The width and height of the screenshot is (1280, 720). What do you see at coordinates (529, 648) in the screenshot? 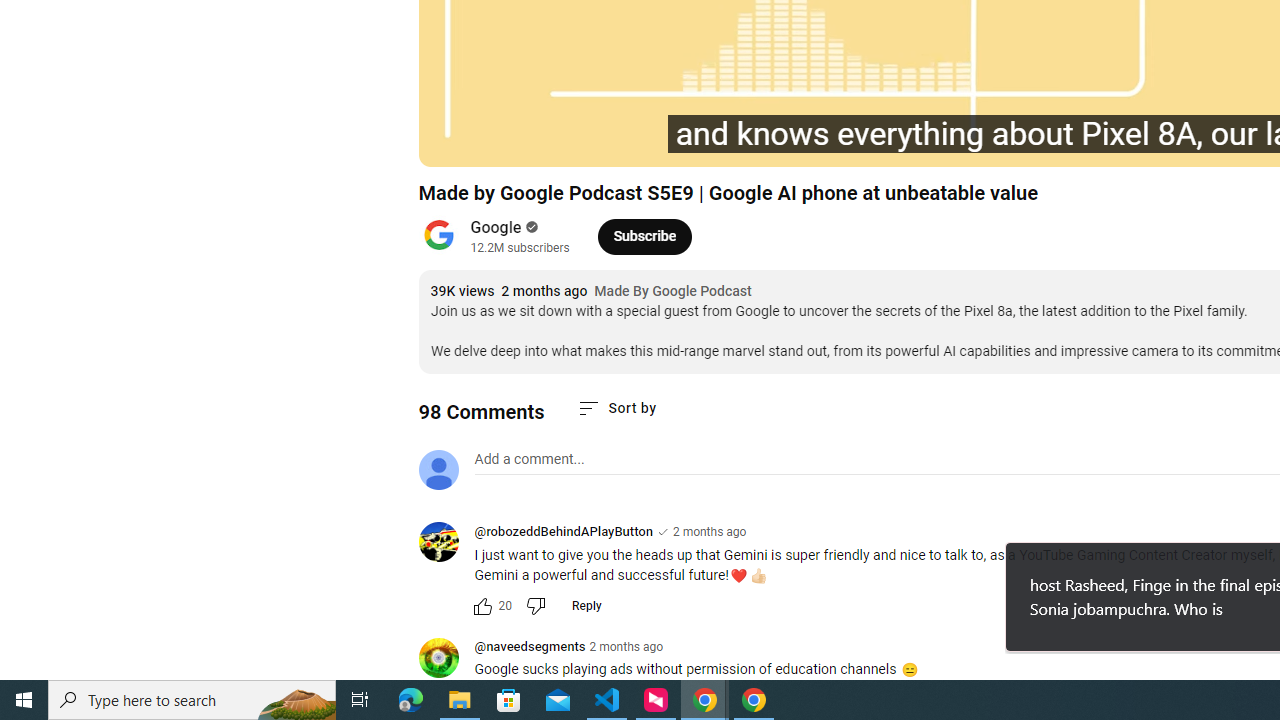
I see `'@naveedsegments'` at bounding box center [529, 648].